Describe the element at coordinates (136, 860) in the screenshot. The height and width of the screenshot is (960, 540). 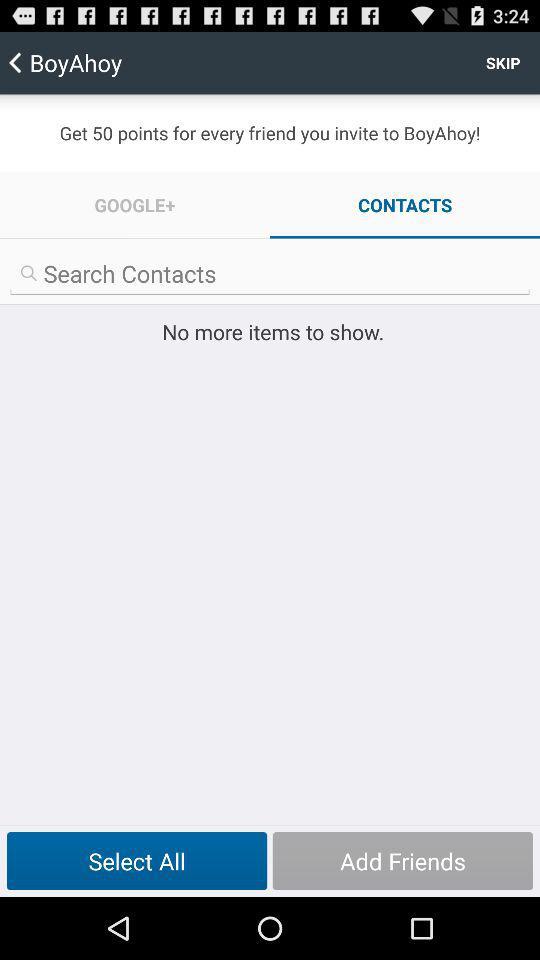
I see `item to the left of the add friends item` at that location.